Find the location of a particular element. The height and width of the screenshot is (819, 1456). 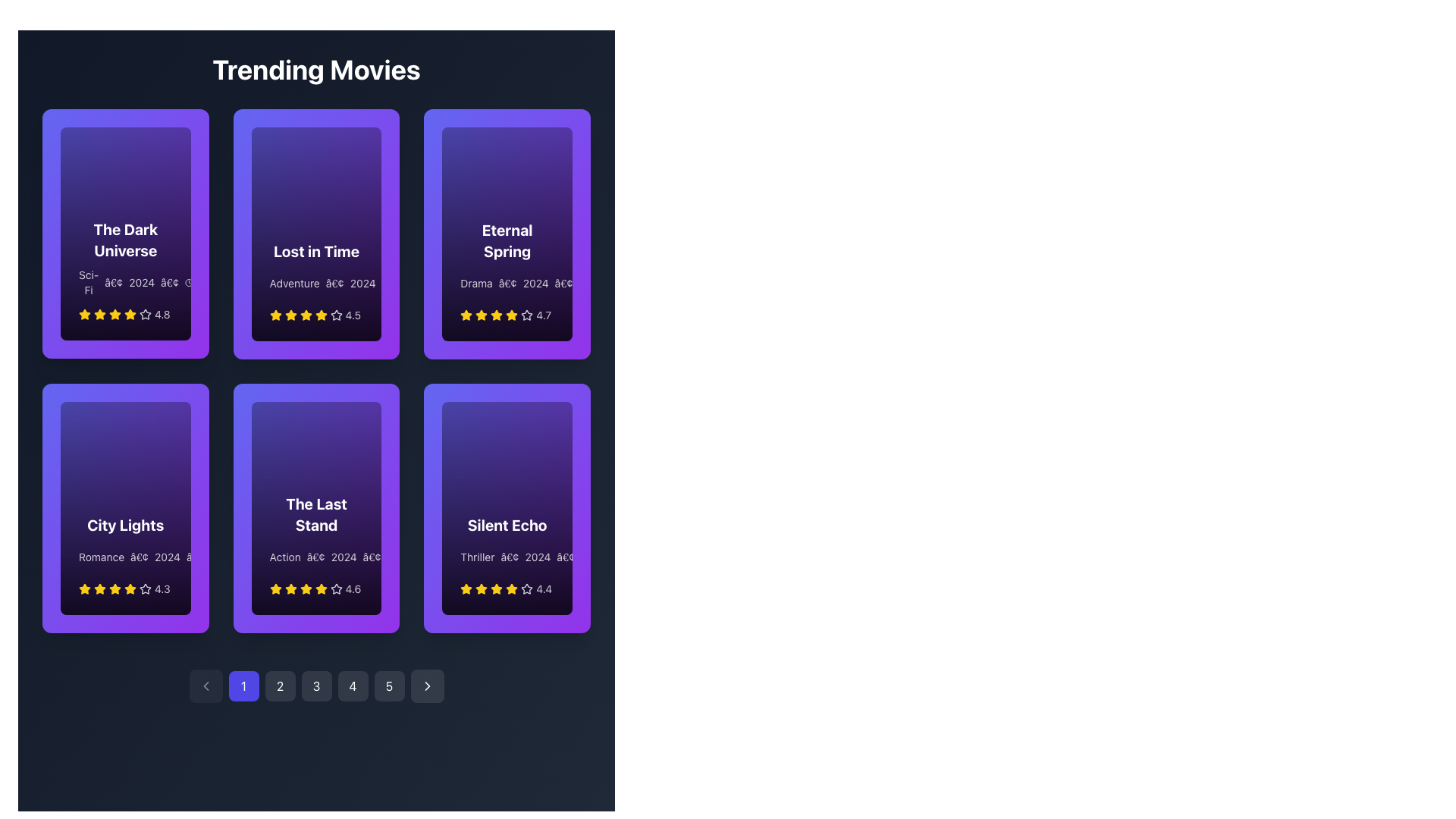

numerical rating (4.4) displayed in the bottom-right area of the 'Silent Echo' movie card, next to the stars representing the rating is located at coordinates (544, 588).